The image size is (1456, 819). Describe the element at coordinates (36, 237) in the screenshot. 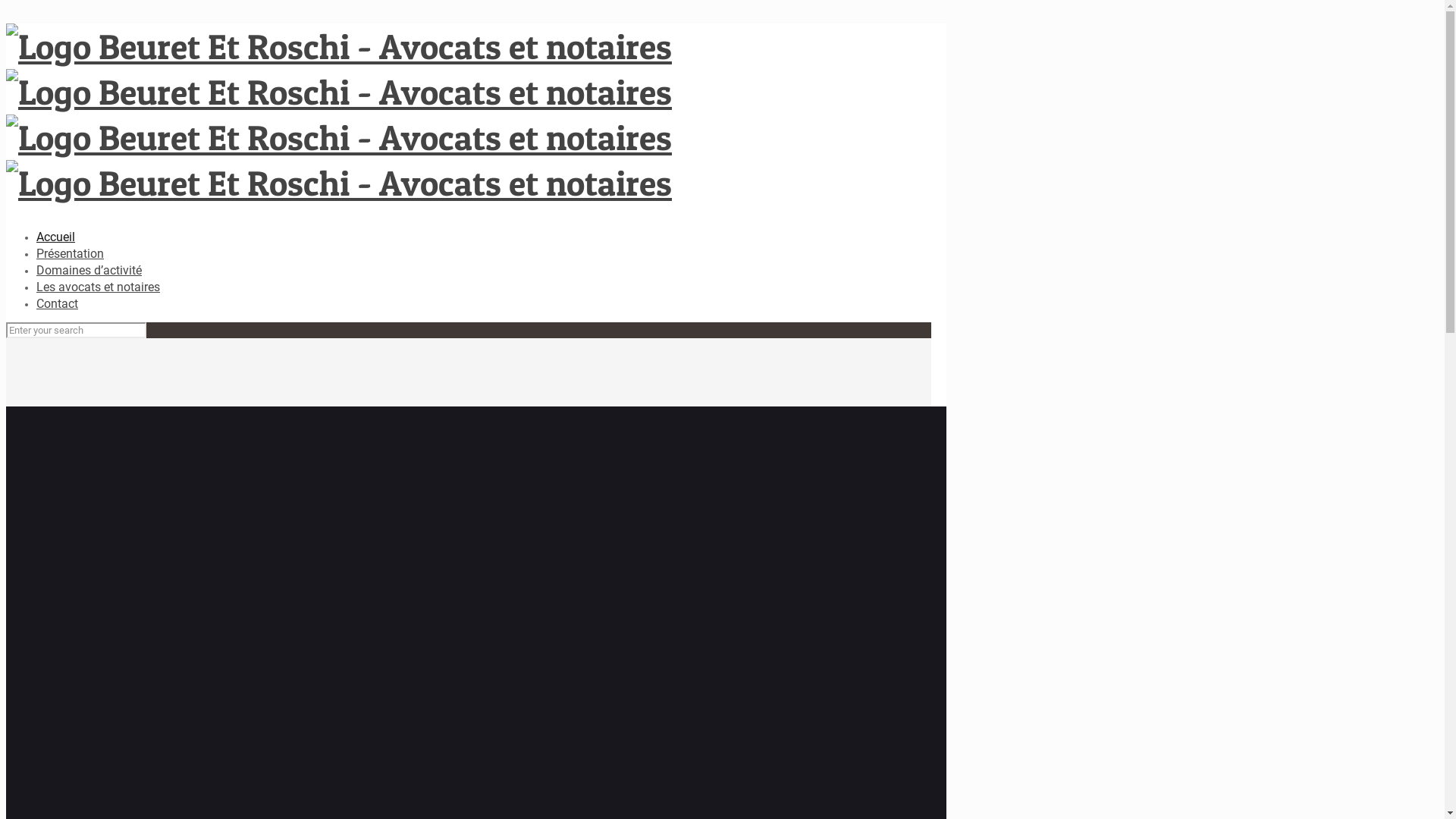

I see `'Accueil'` at that location.